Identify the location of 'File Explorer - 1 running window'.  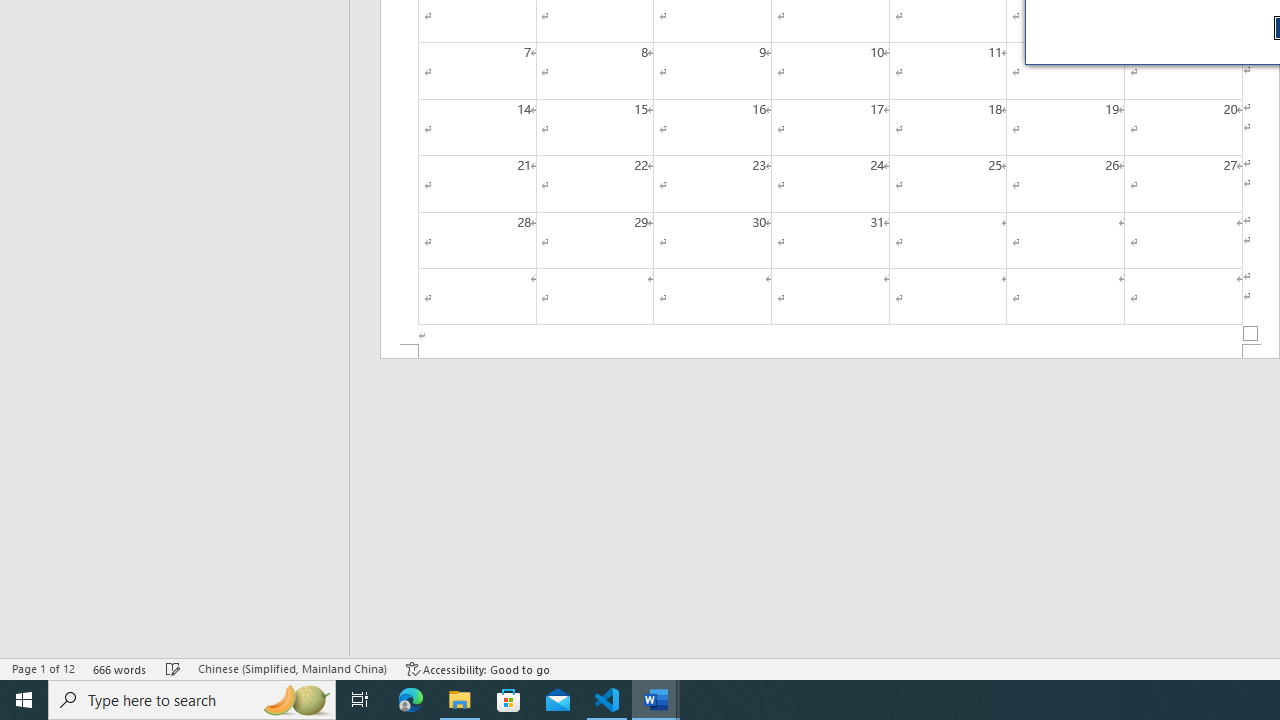
(459, 698).